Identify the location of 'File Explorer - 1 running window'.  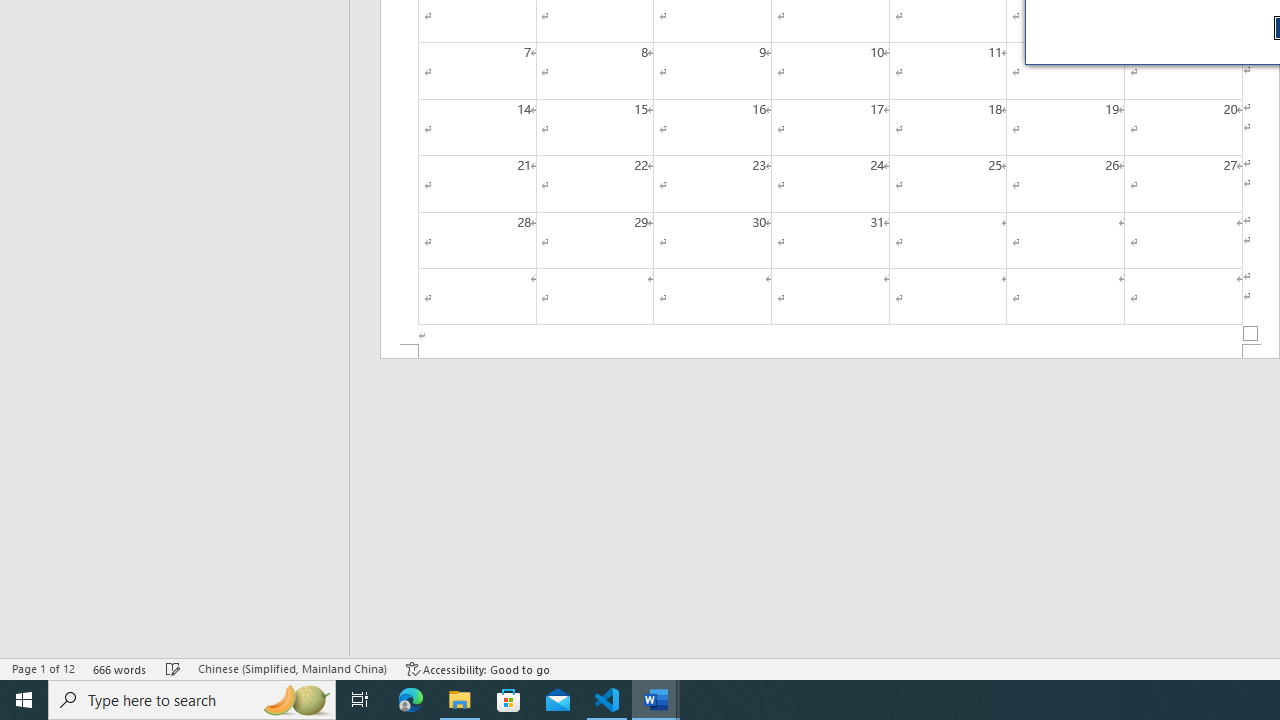
(459, 698).